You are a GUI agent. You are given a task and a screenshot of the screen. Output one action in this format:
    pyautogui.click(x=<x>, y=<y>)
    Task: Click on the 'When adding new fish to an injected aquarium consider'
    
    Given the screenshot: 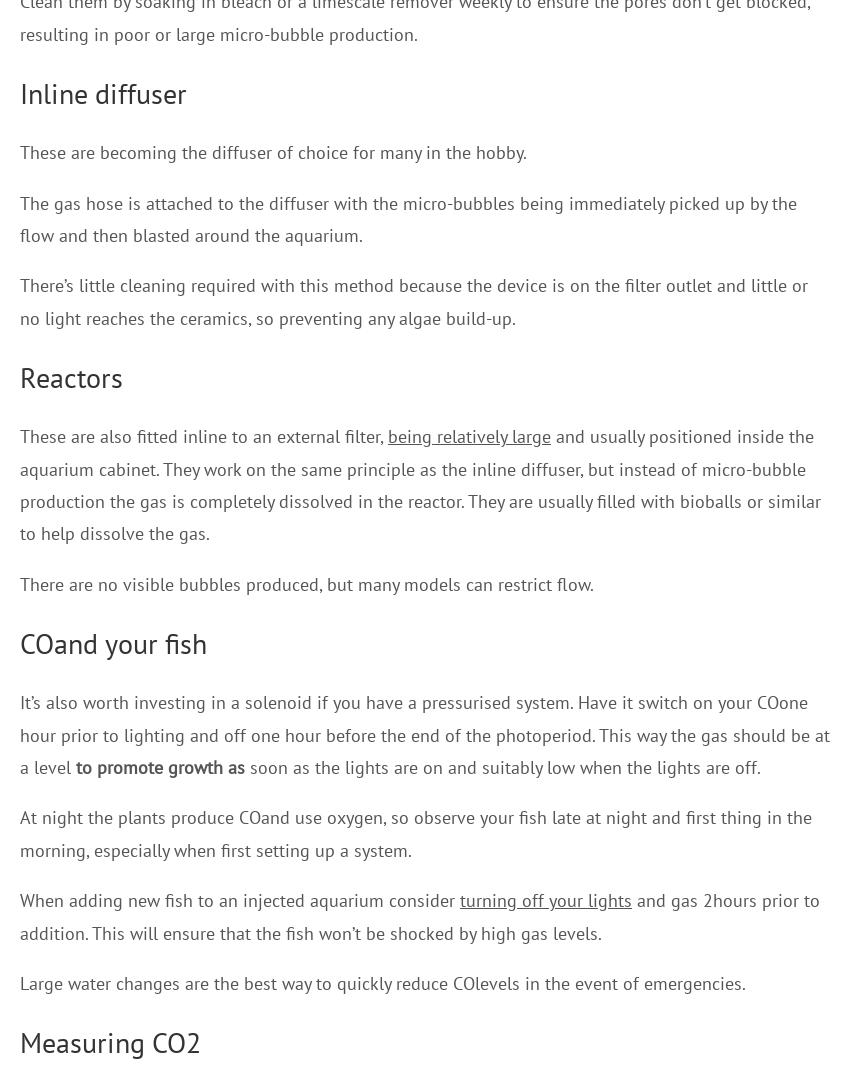 What is the action you would take?
    pyautogui.click(x=18, y=900)
    